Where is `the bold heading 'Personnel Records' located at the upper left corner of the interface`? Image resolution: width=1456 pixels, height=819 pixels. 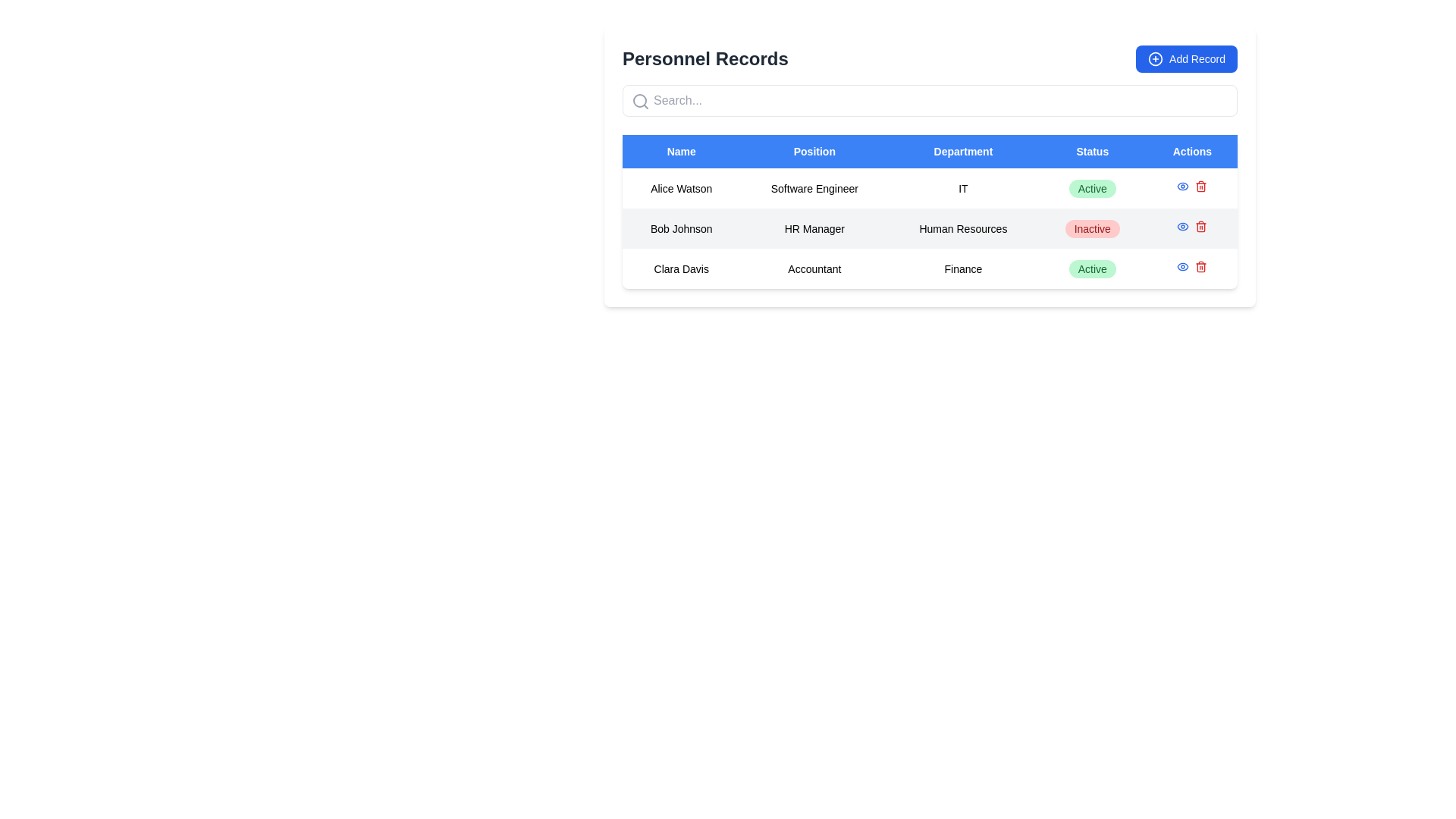 the bold heading 'Personnel Records' located at the upper left corner of the interface is located at coordinates (704, 58).